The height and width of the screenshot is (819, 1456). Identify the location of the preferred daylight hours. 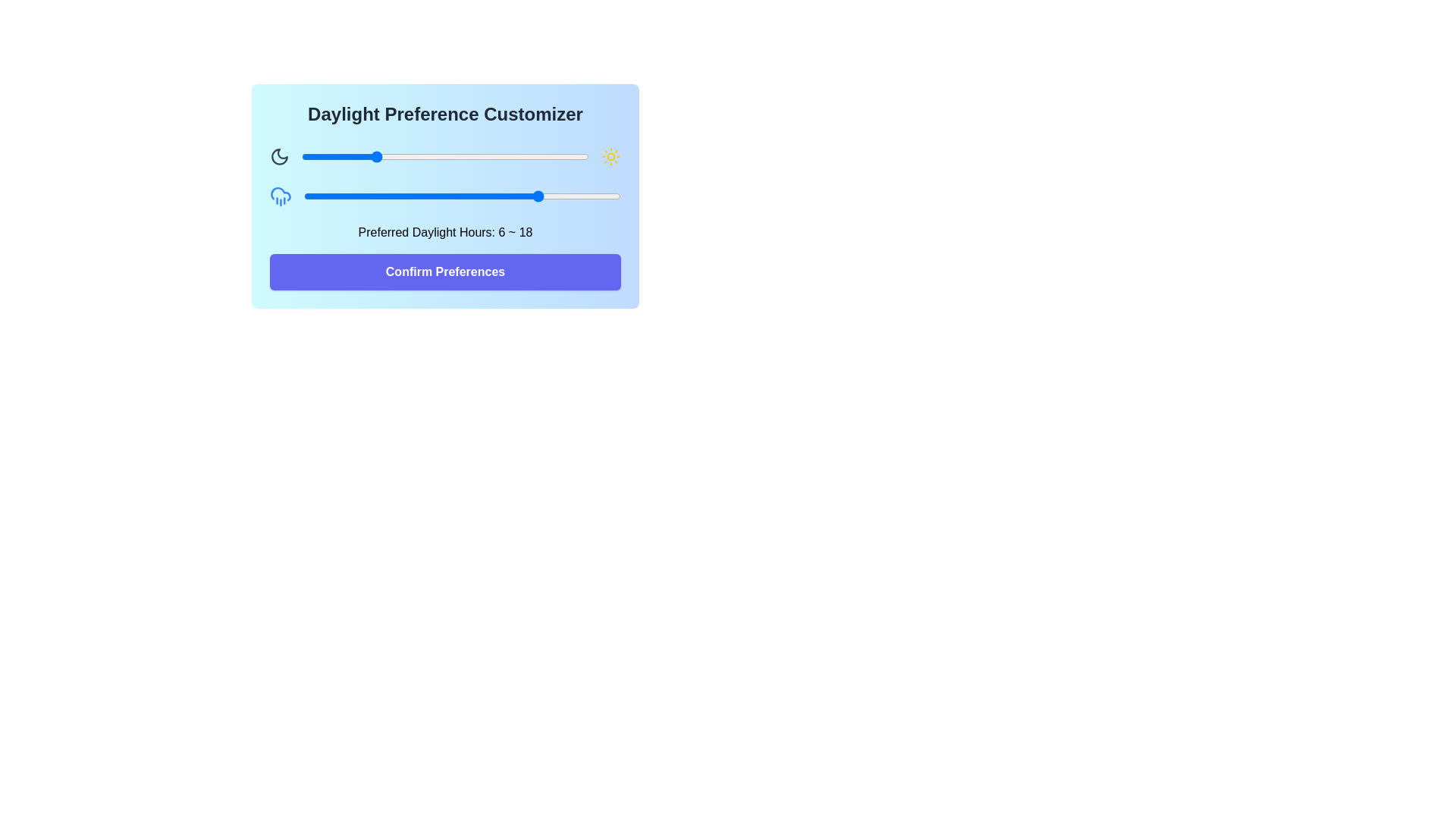
(607, 195).